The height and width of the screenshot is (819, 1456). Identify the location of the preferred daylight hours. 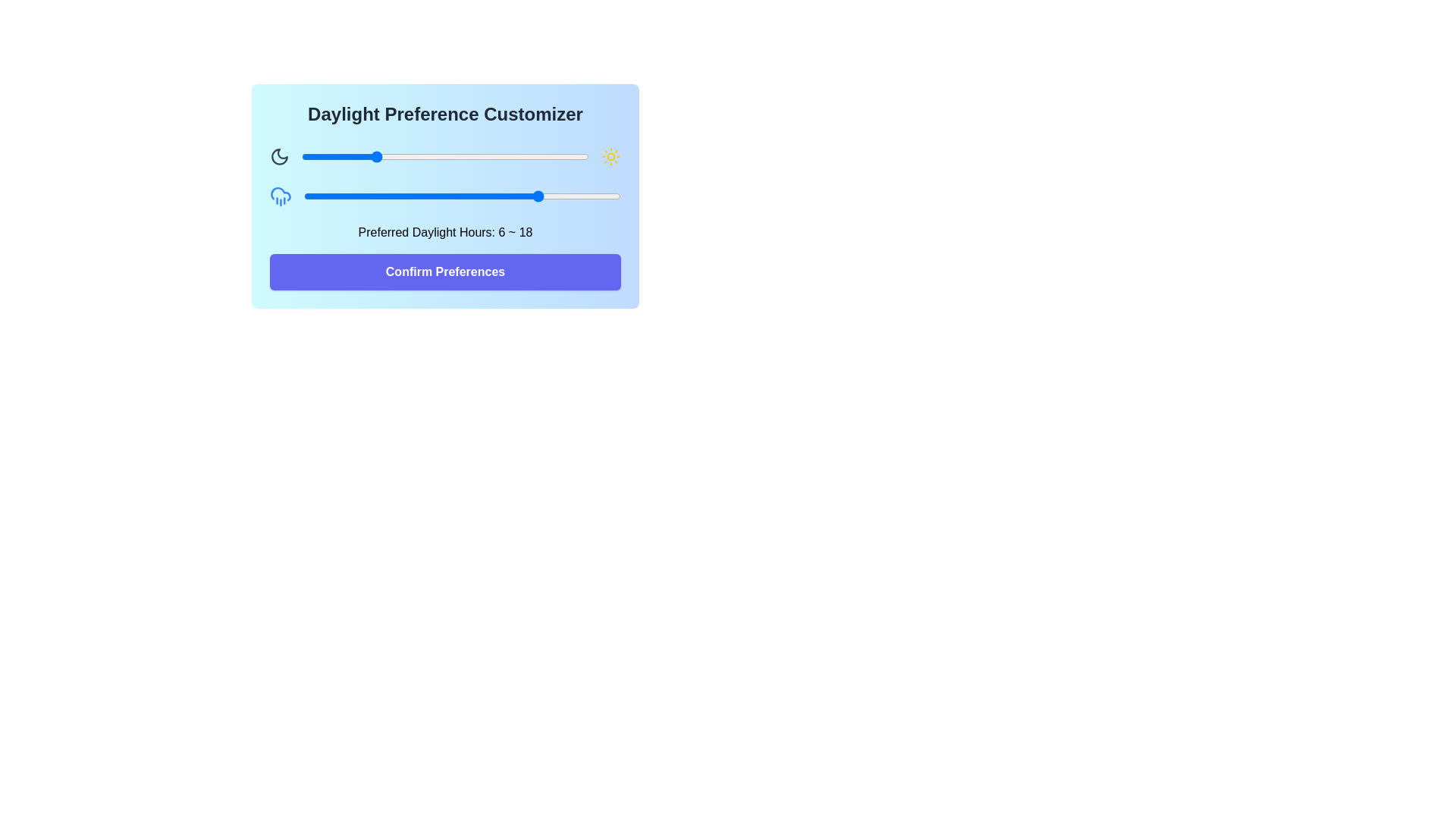
(607, 195).